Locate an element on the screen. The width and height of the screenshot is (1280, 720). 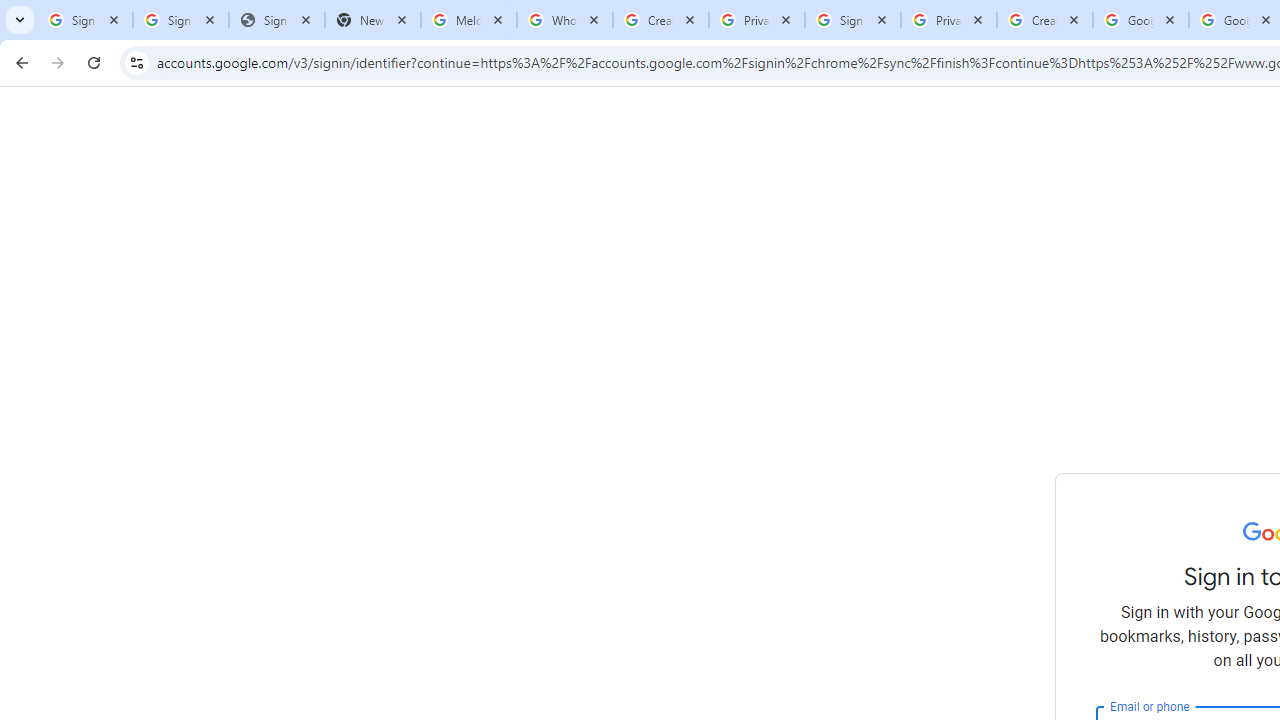
'New Tab' is located at coordinates (373, 20).